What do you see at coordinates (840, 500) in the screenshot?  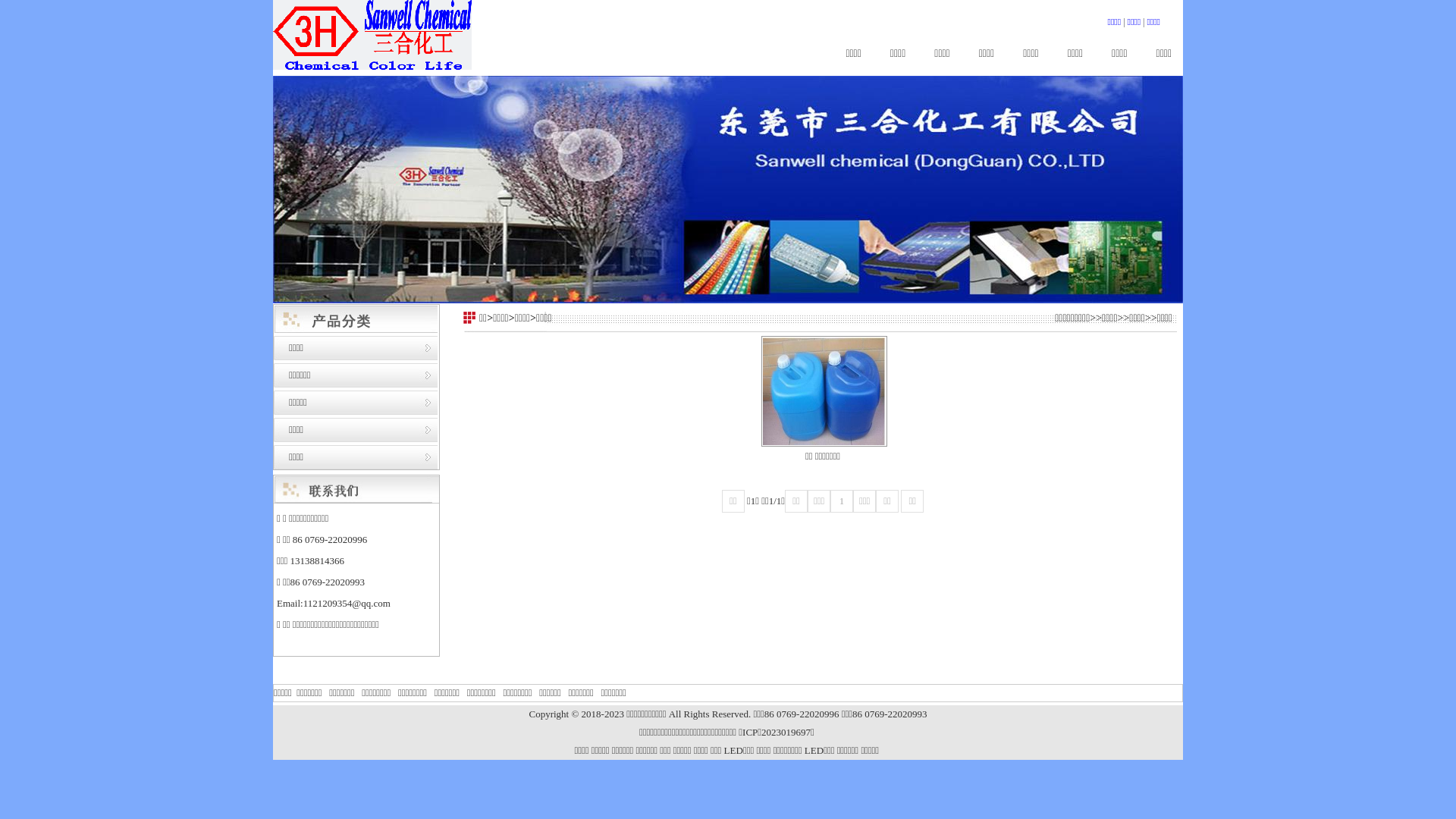 I see `'1'` at bounding box center [840, 500].